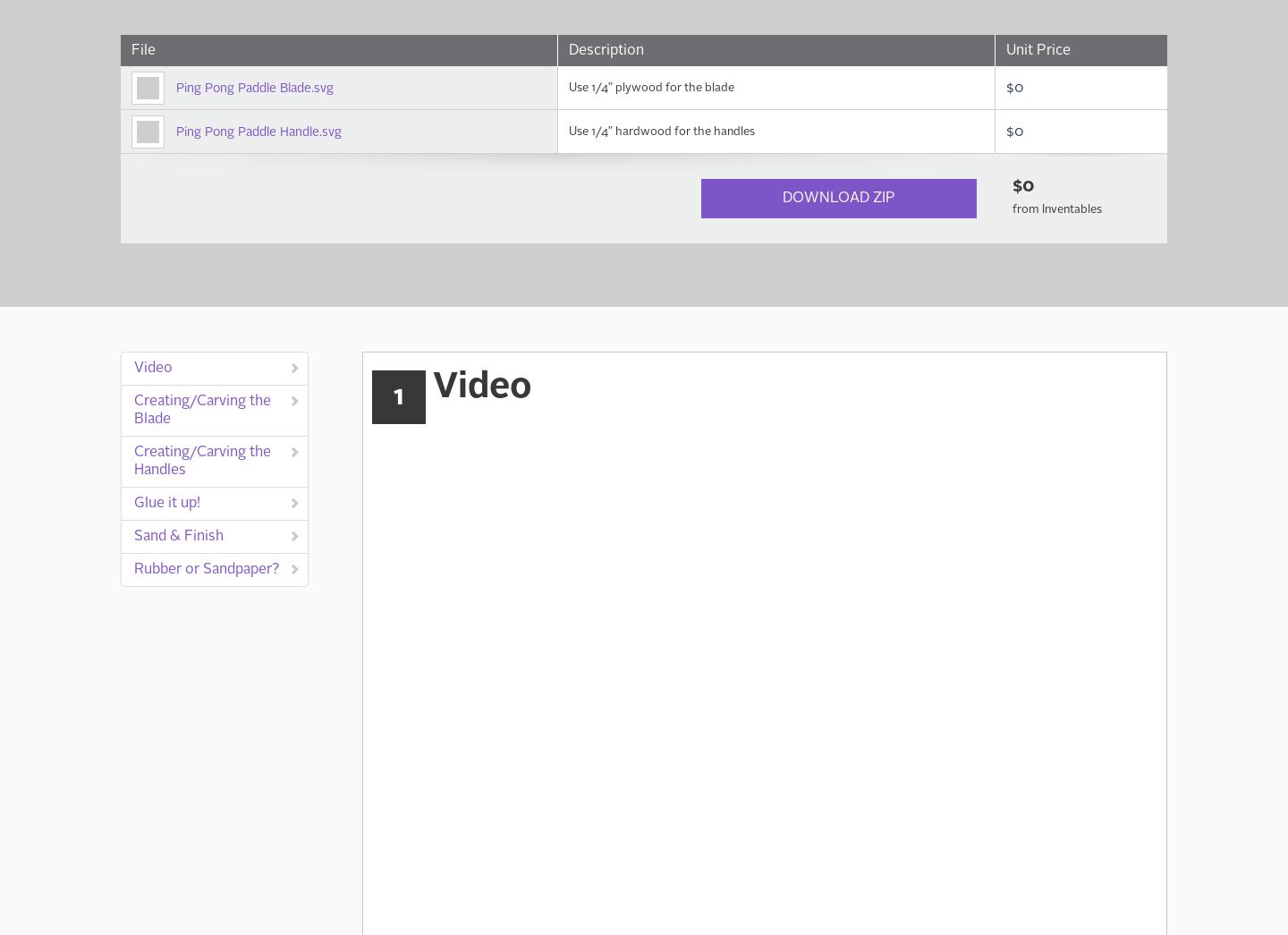 The image size is (1288, 935). What do you see at coordinates (133, 536) in the screenshot?
I see `'Sand & Finish'` at bounding box center [133, 536].